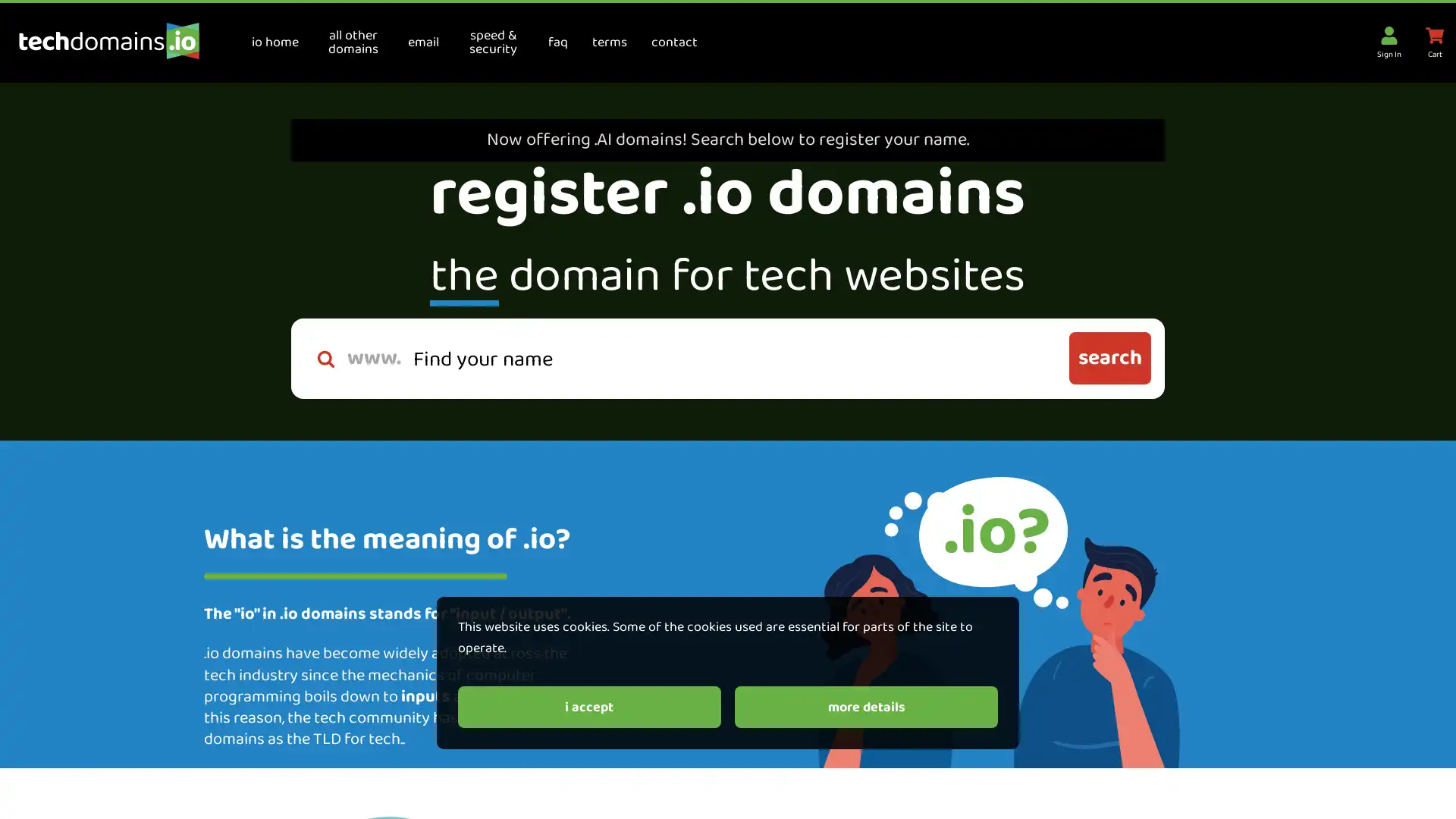 The width and height of the screenshot is (1456, 819). I want to click on Search button, so click(1109, 358).